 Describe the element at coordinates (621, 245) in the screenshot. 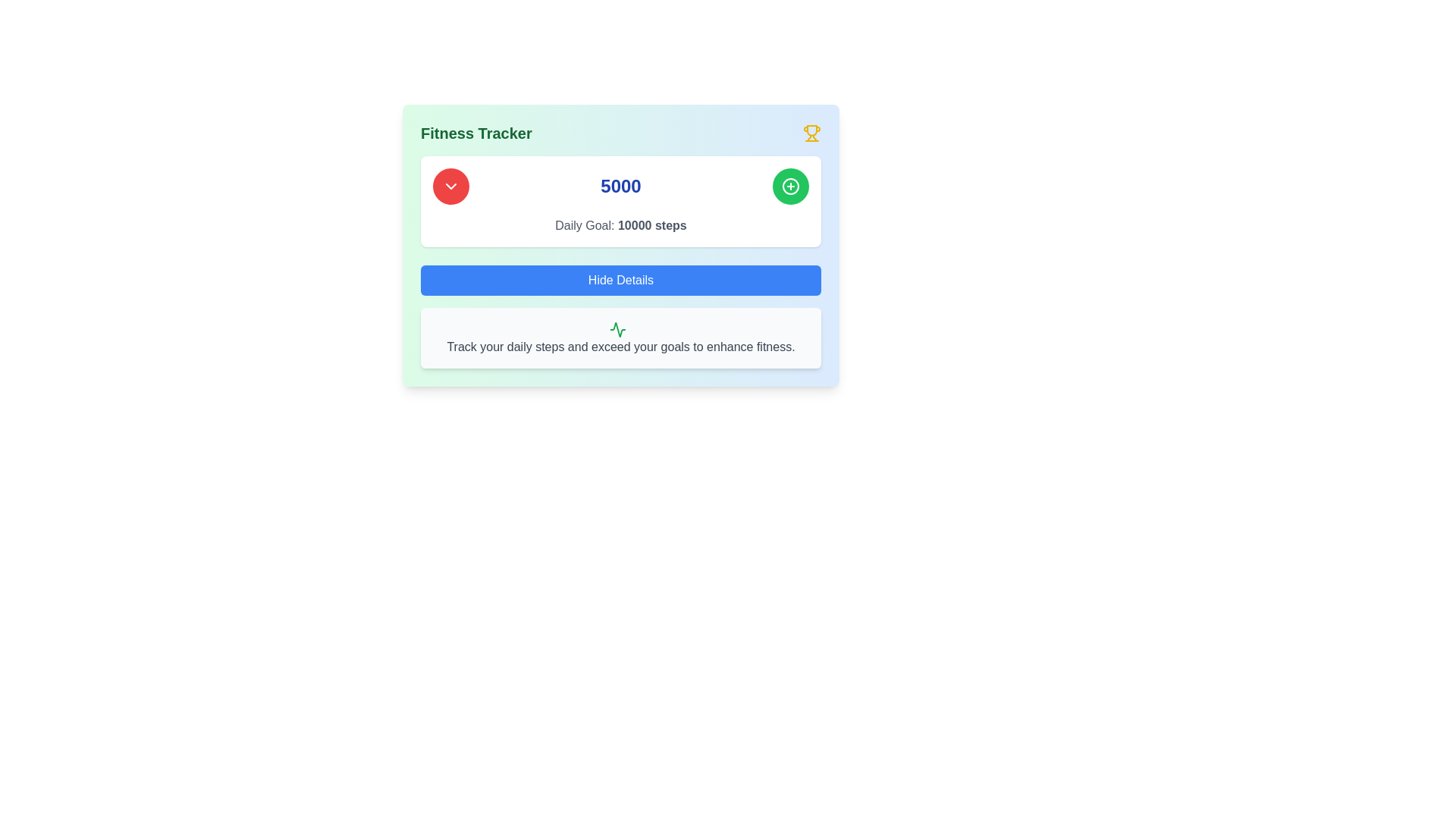

I see `the rectangular section with a gradient background that contains interactive components and informational text about a fitness tracker` at that location.